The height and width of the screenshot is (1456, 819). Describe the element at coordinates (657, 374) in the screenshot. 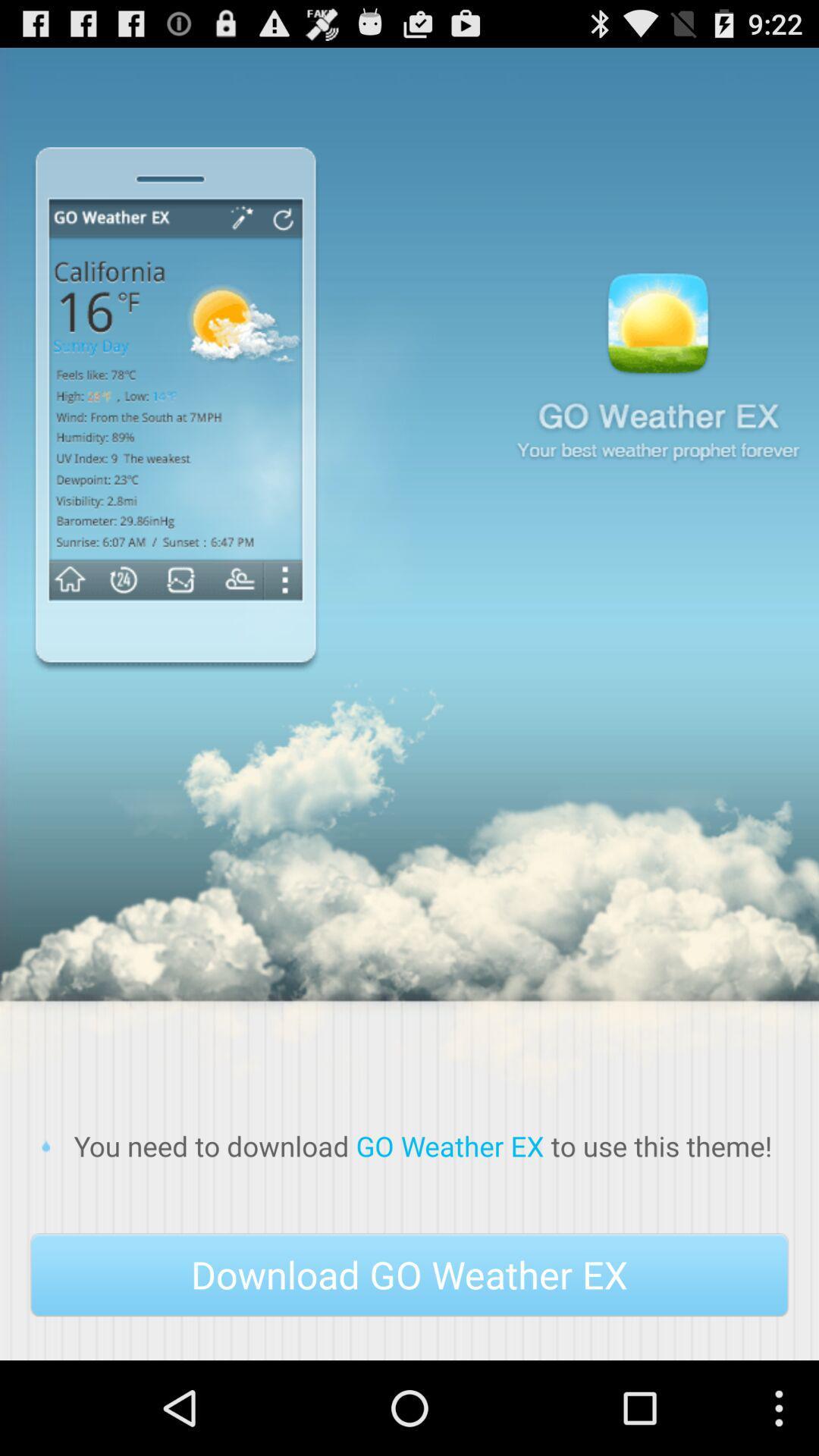

I see `the image on the right corner` at that location.